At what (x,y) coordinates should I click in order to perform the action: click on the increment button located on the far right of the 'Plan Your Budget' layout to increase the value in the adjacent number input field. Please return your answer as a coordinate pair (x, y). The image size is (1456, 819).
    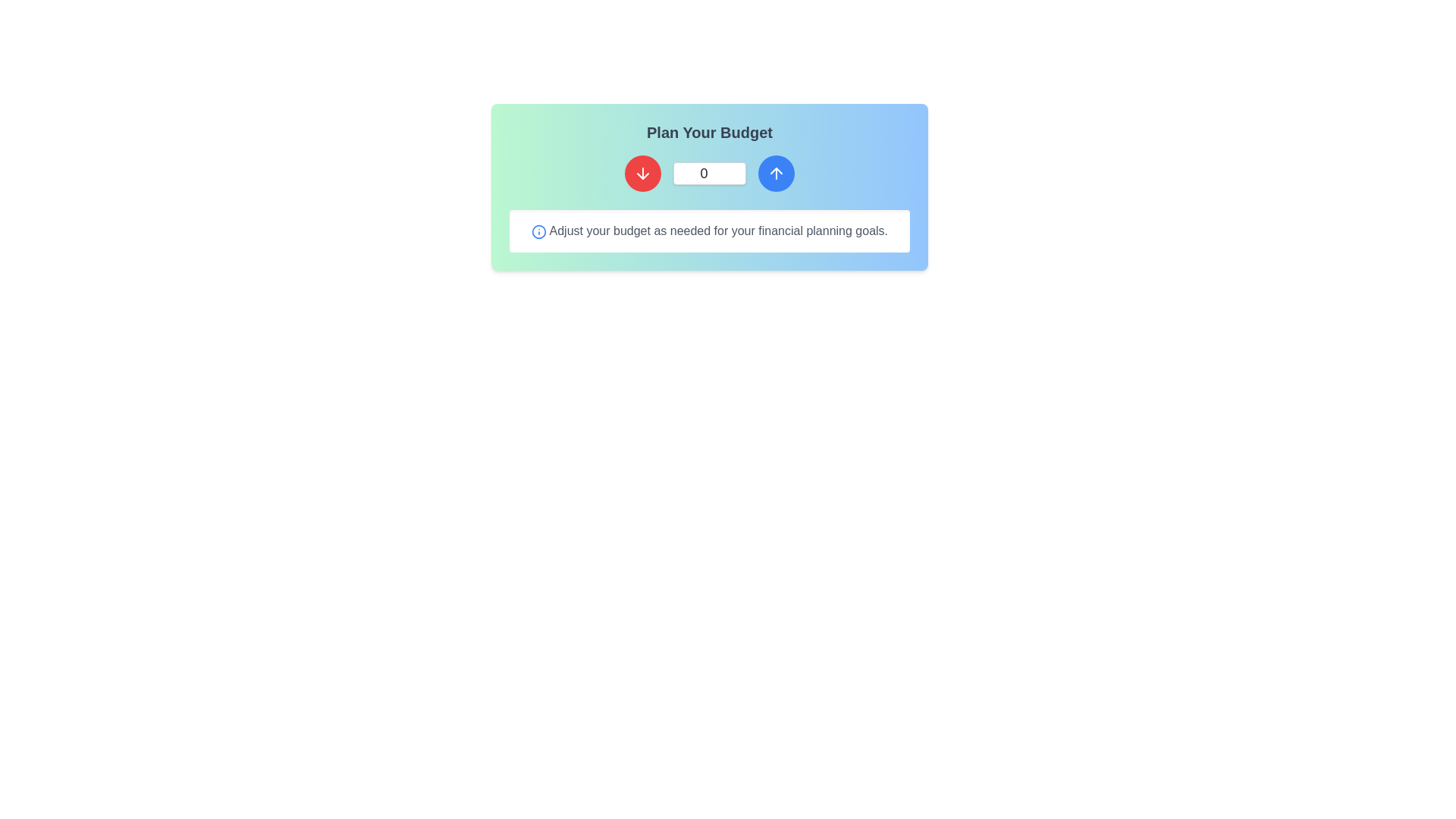
    Looking at the image, I should click on (776, 172).